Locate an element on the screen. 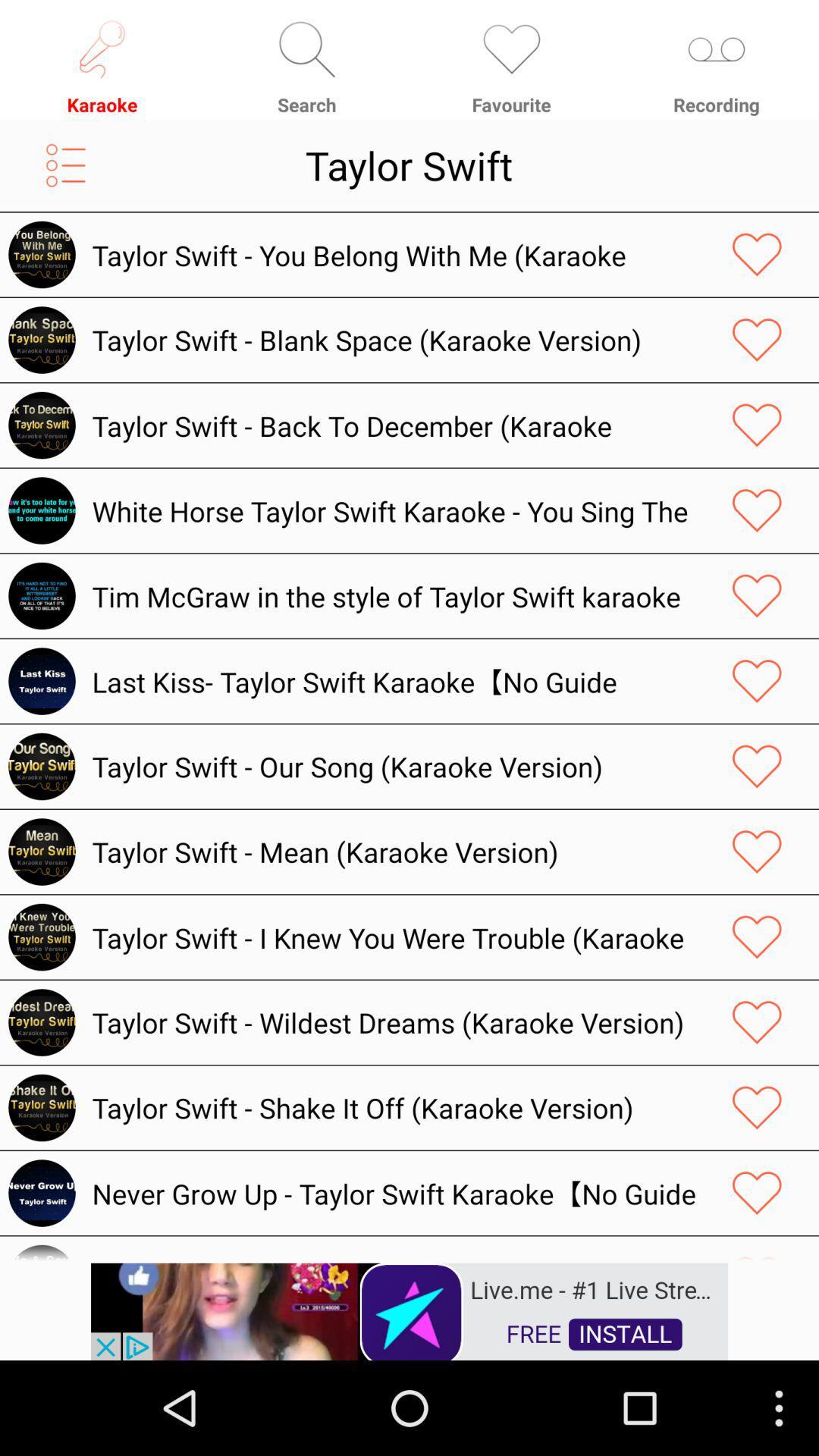 The image size is (819, 1456). love button is located at coordinates (757, 339).